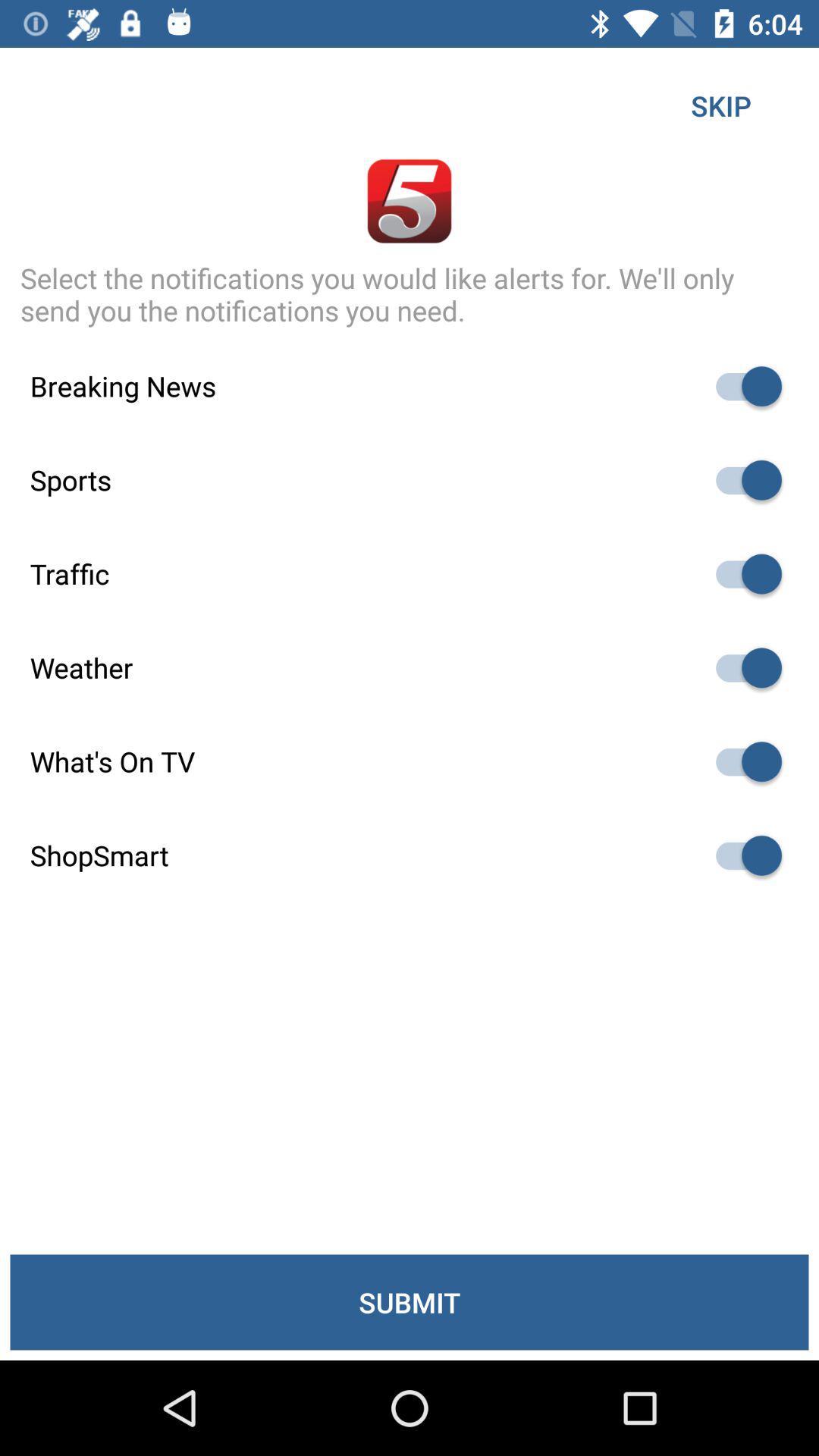  I want to click on submit icon, so click(409, 1301).